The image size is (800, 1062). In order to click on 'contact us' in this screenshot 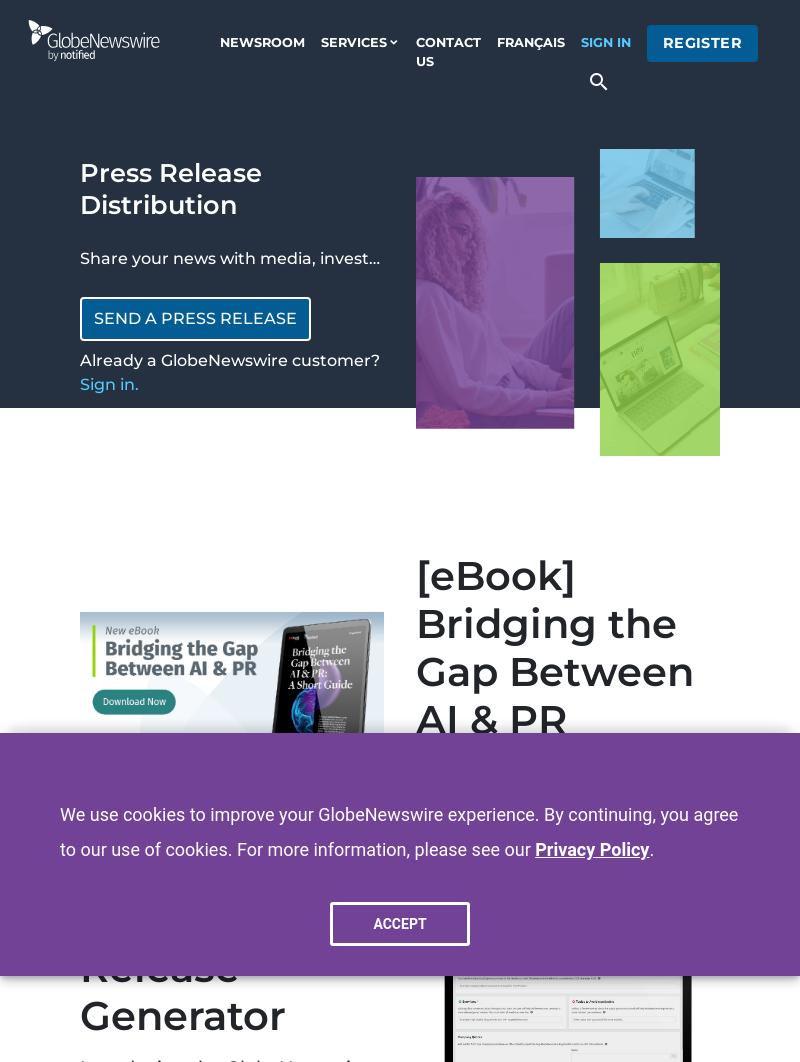, I will do `click(446, 50)`.